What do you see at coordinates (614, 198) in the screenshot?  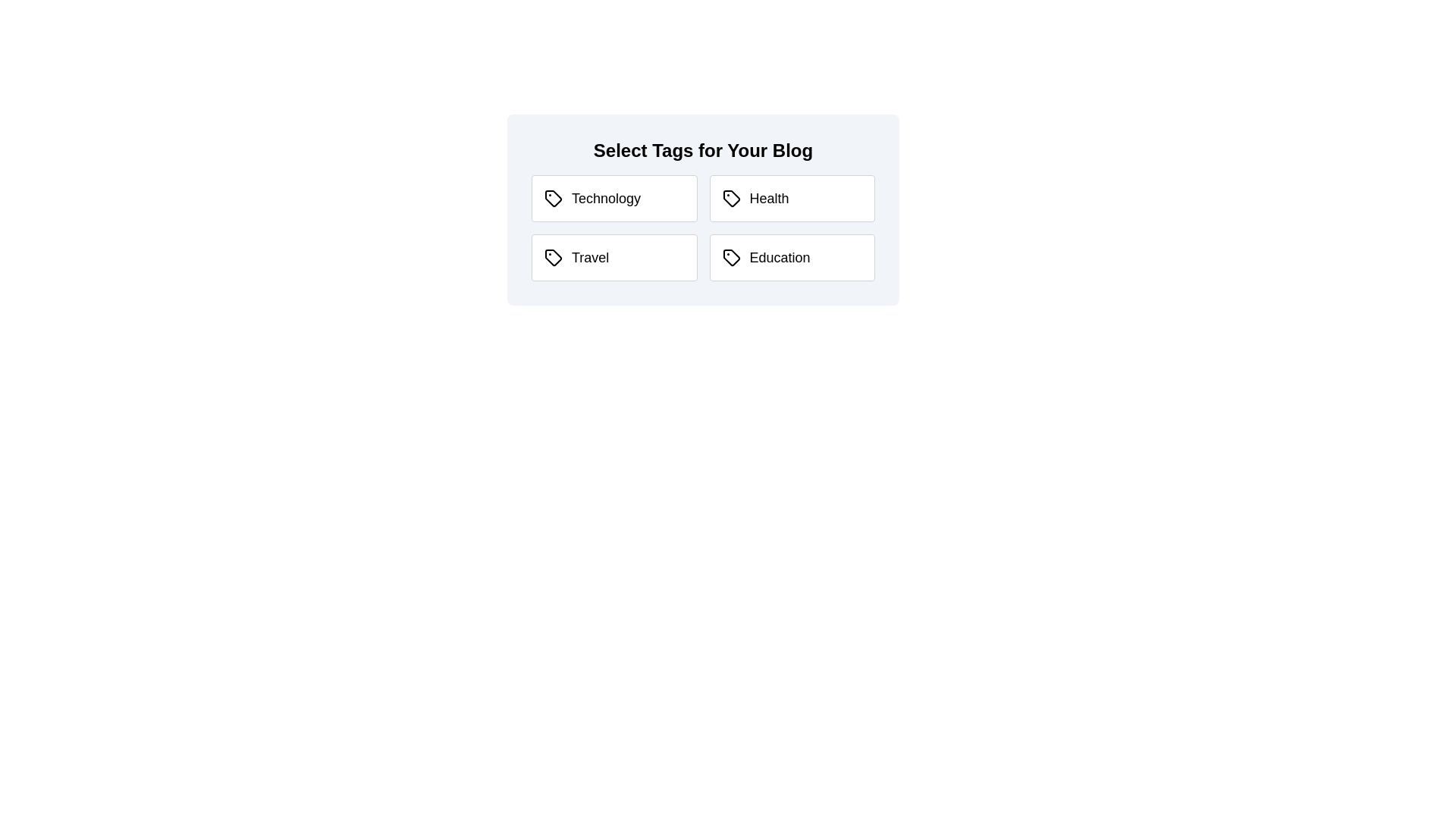 I see `the tag labeled Technology to observe the visual feedback` at bounding box center [614, 198].